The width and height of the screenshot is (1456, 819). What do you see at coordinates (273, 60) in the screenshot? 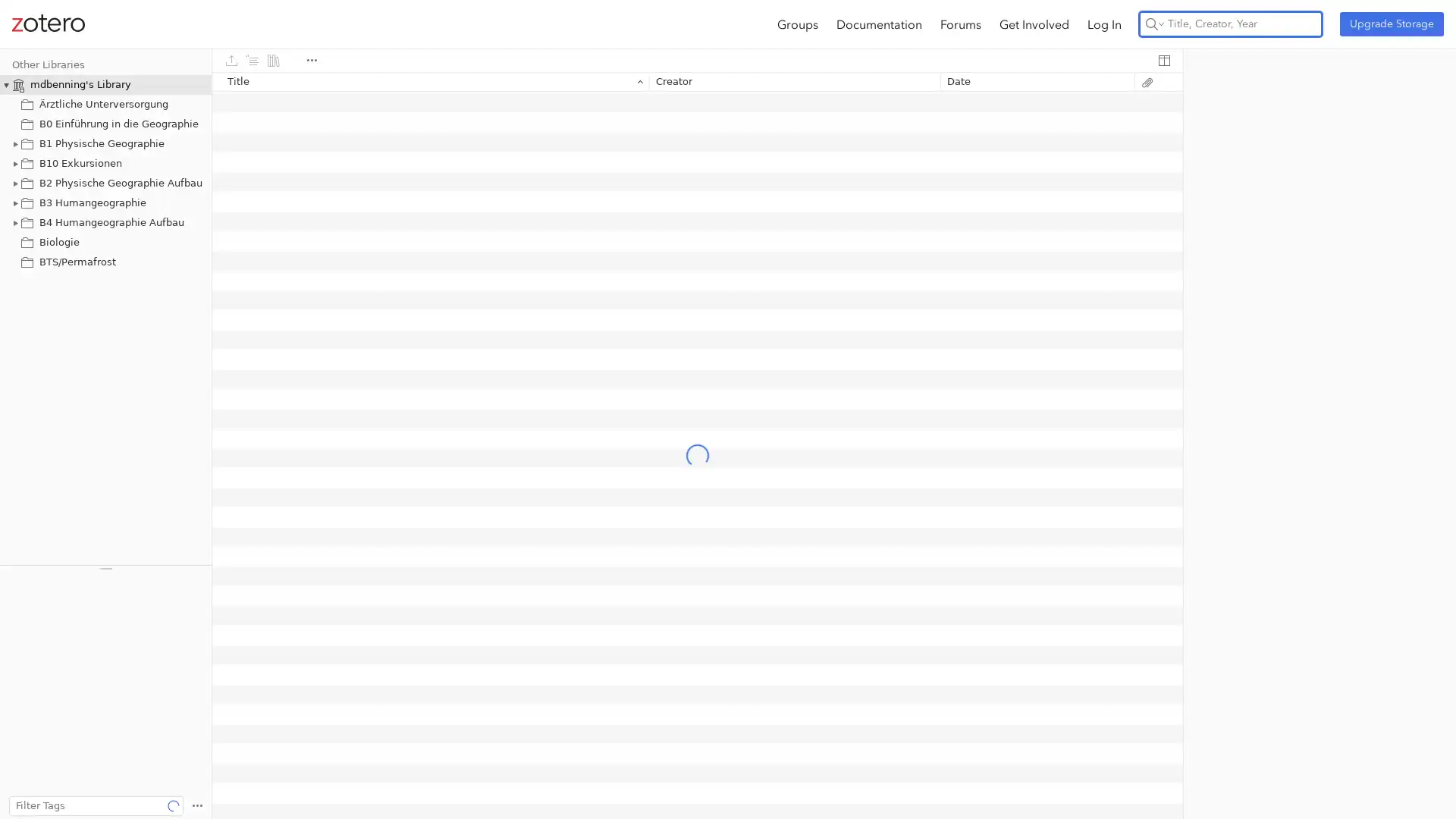
I see `Create Bibliography` at bounding box center [273, 60].